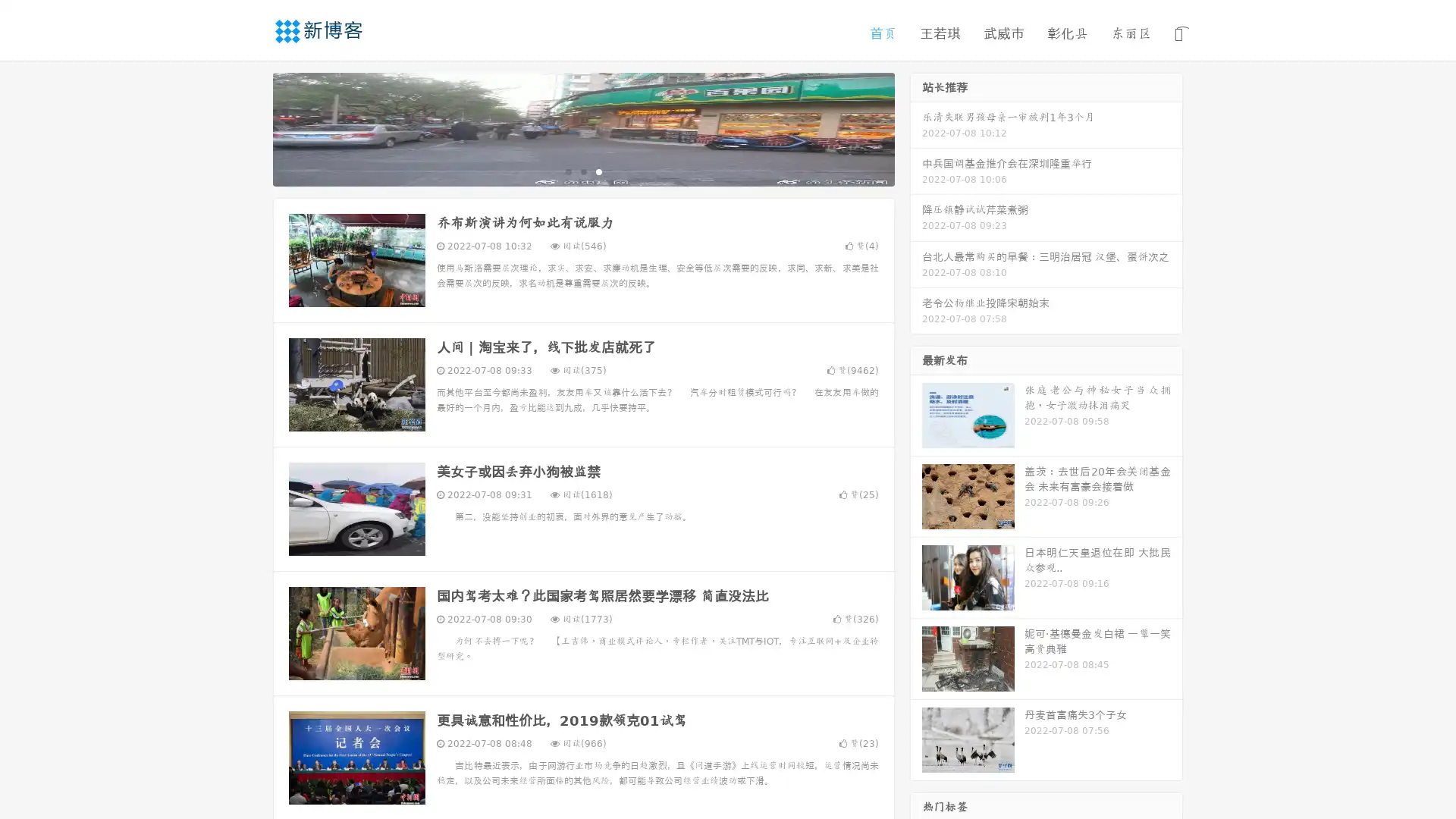 This screenshot has width=1456, height=819. Describe the element at coordinates (916, 127) in the screenshot. I see `Next slide` at that location.